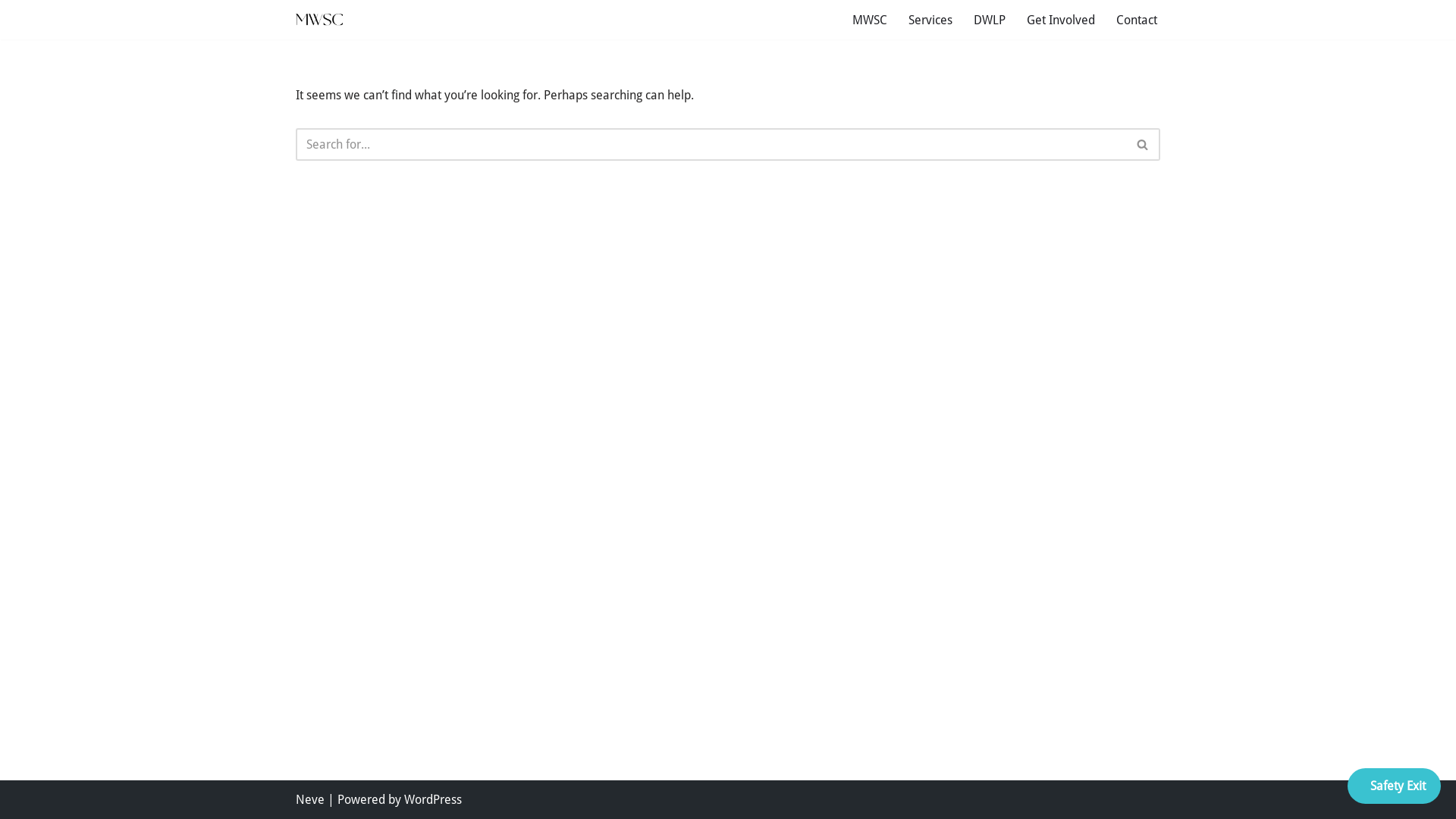 Image resolution: width=1456 pixels, height=819 pixels. I want to click on 'MWSC', so click(852, 20).